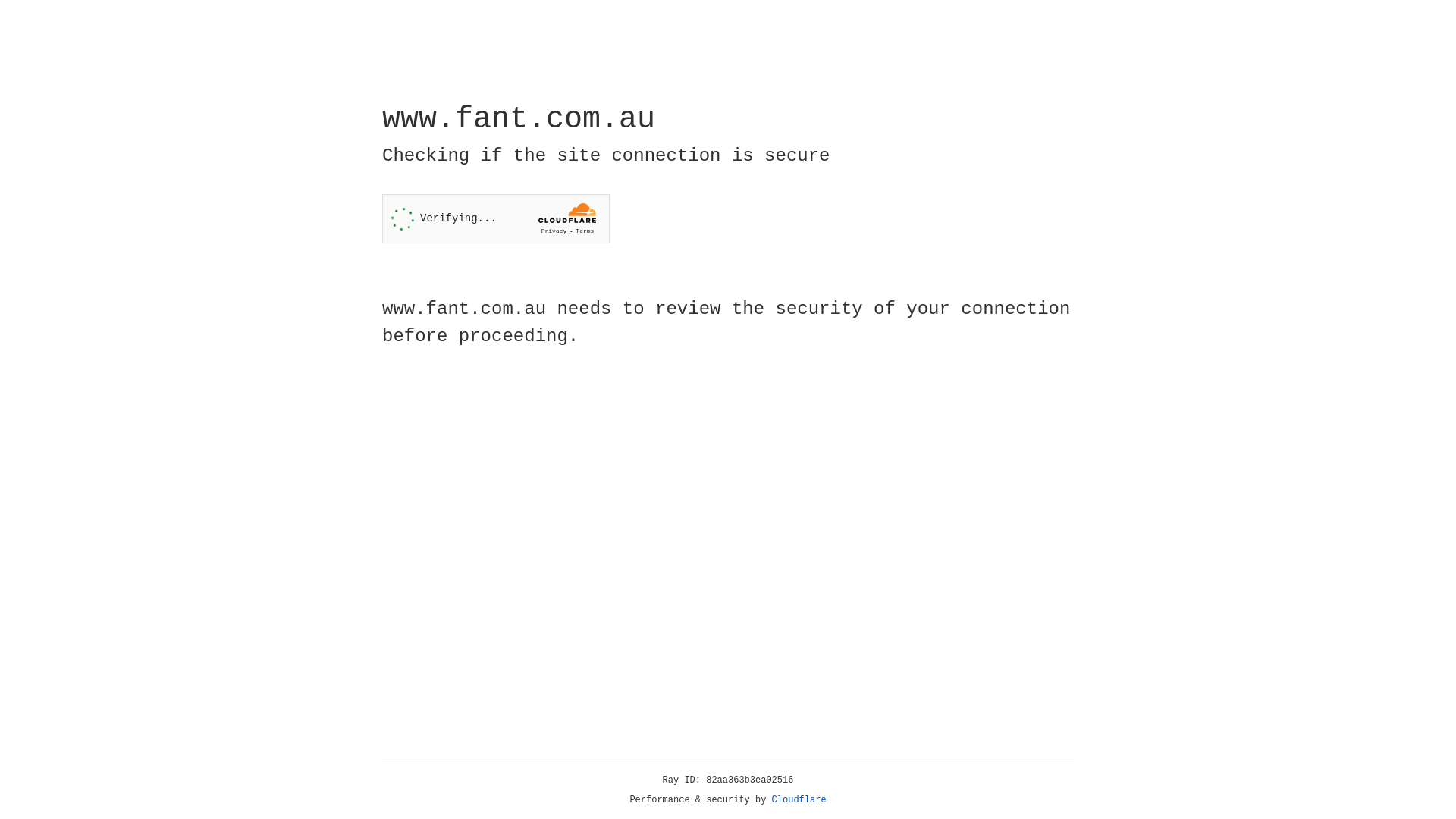 The height and width of the screenshot is (819, 1456). What do you see at coordinates (799, 799) in the screenshot?
I see `'Cloudflare'` at bounding box center [799, 799].